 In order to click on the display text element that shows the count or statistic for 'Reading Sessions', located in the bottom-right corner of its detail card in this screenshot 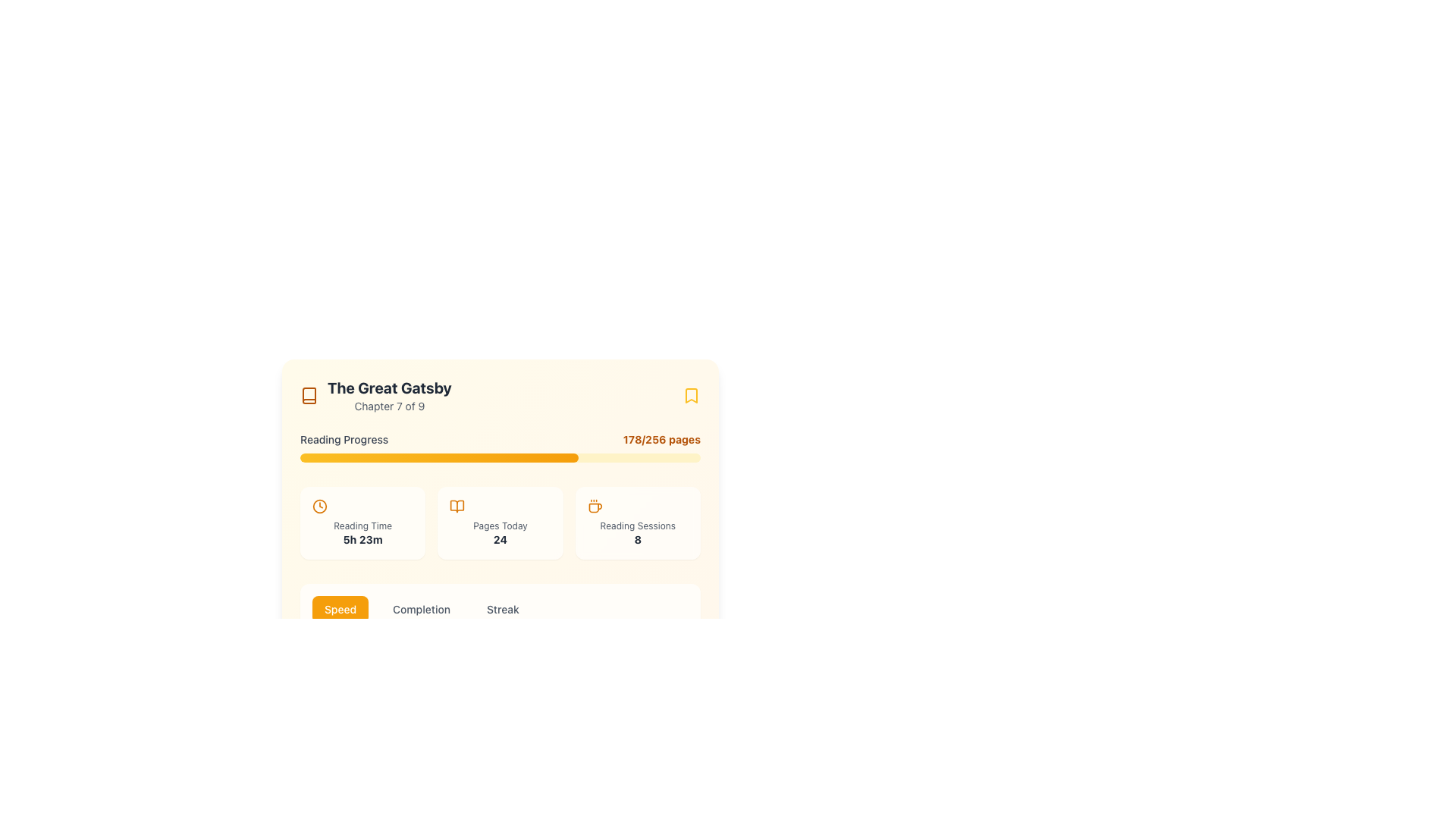, I will do `click(638, 539)`.